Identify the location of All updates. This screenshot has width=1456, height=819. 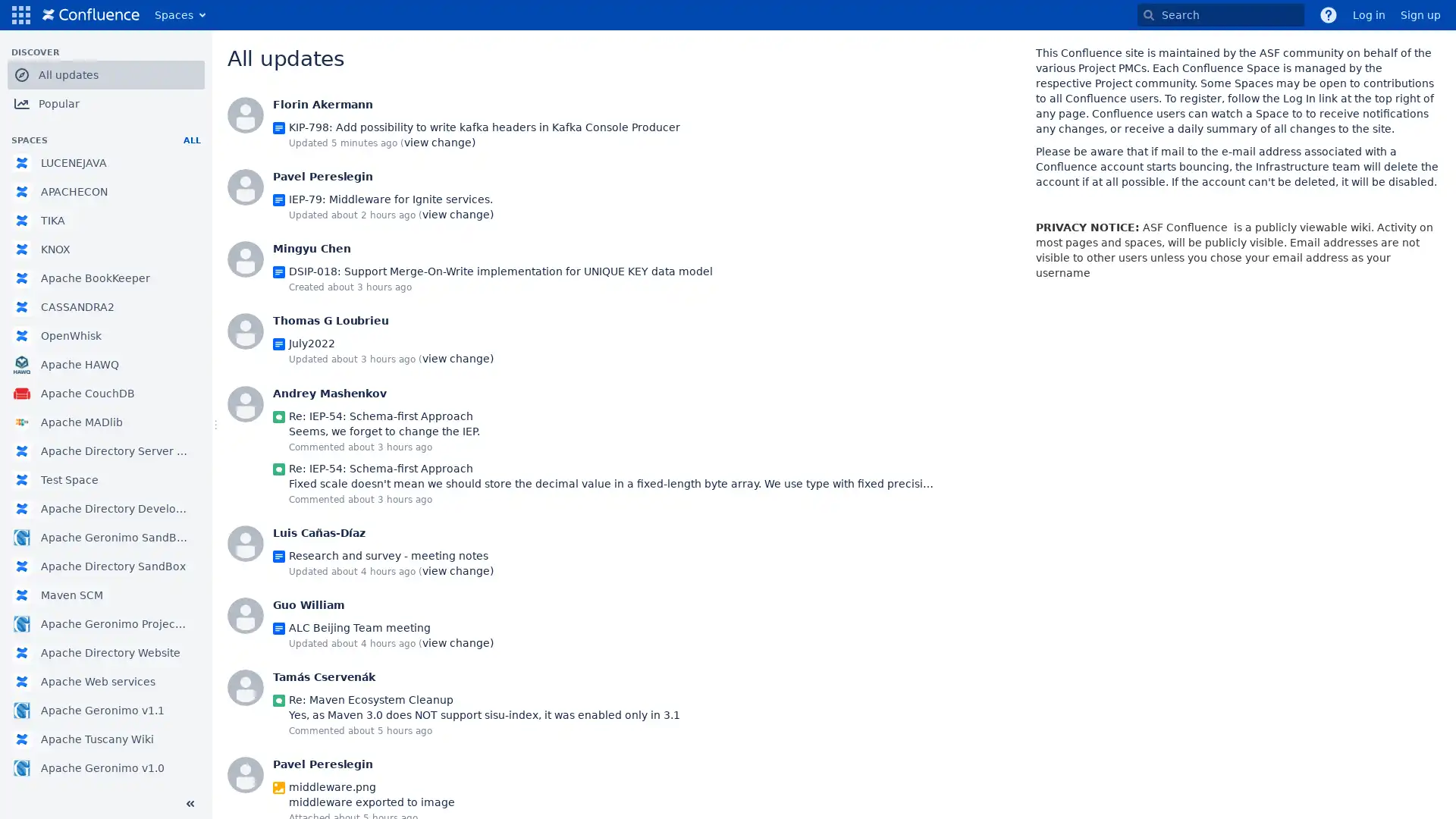
(105, 75).